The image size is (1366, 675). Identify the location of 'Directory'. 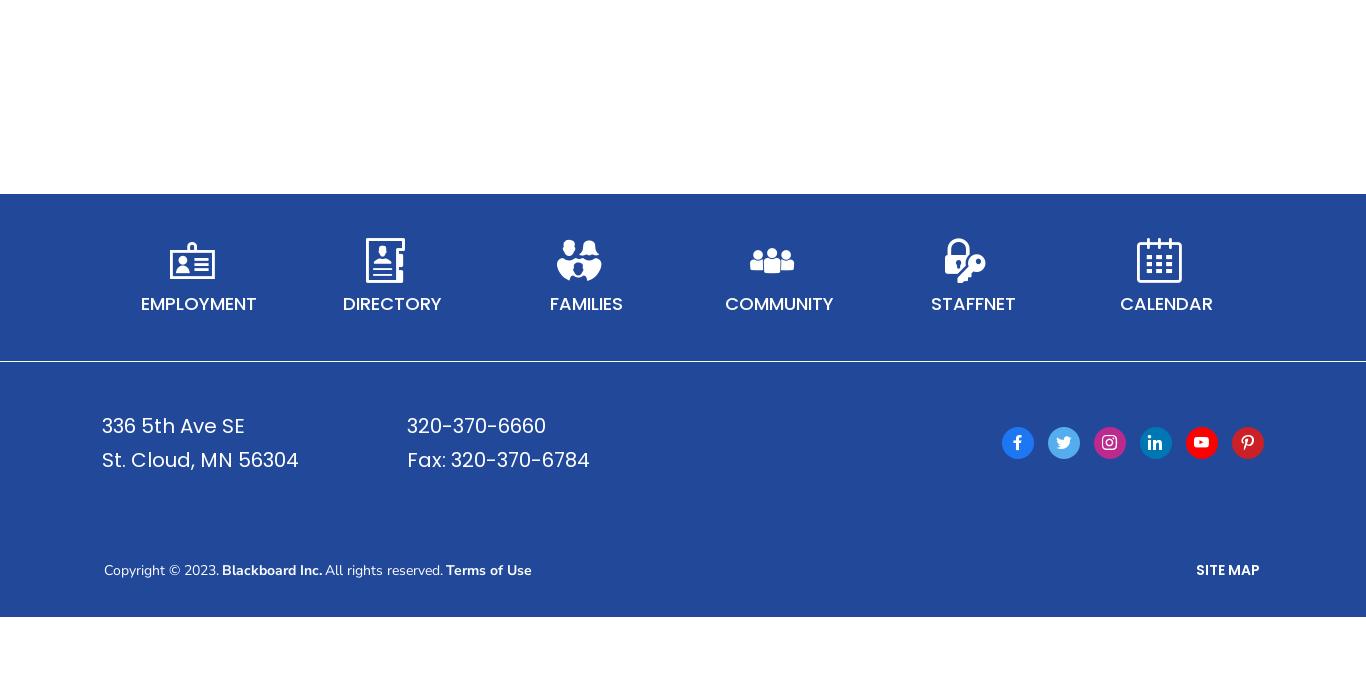
(391, 329).